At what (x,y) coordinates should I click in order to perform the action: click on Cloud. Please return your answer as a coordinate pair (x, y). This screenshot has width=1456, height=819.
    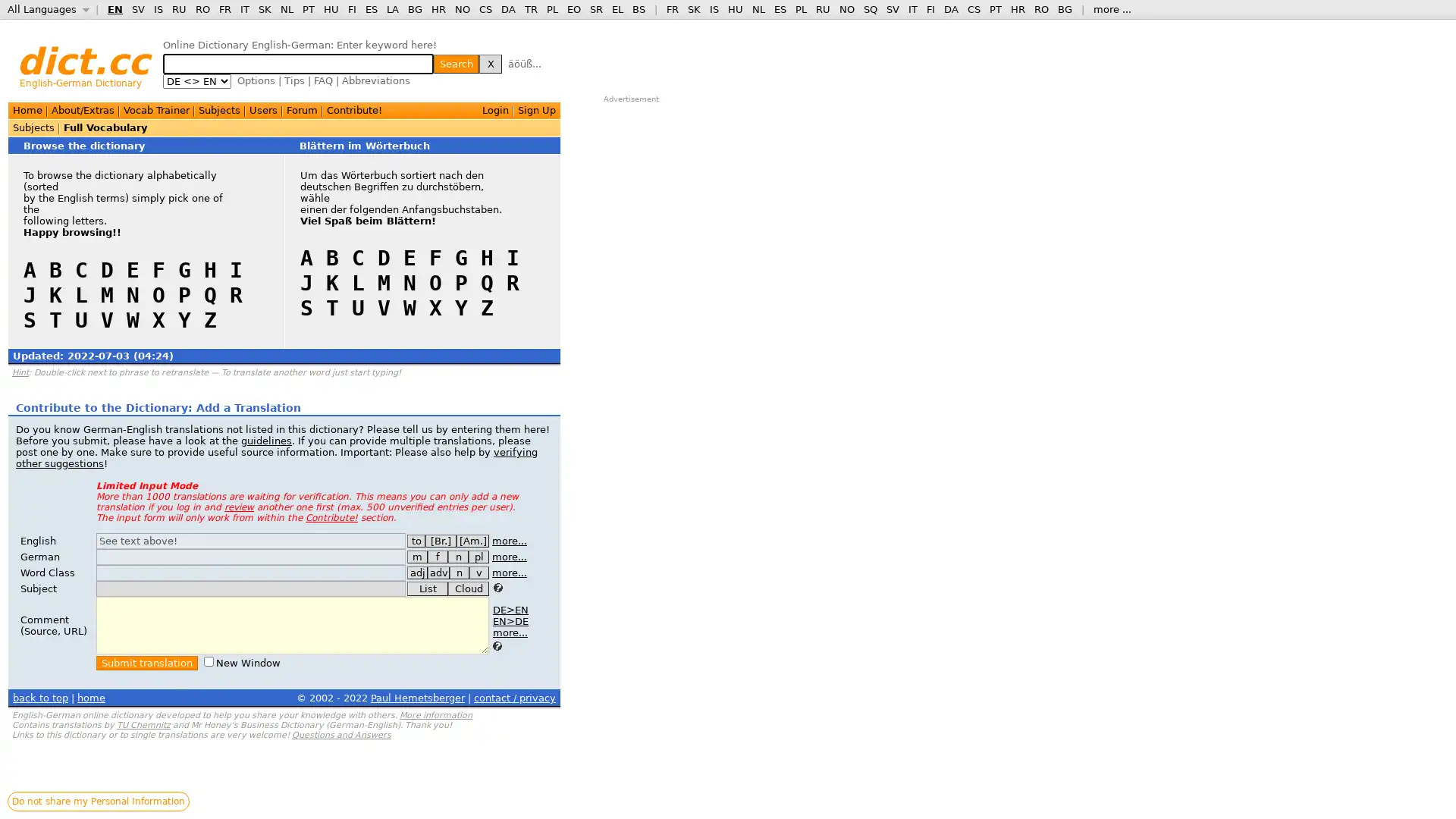
    Looking at the image, I should click on (468, 588).